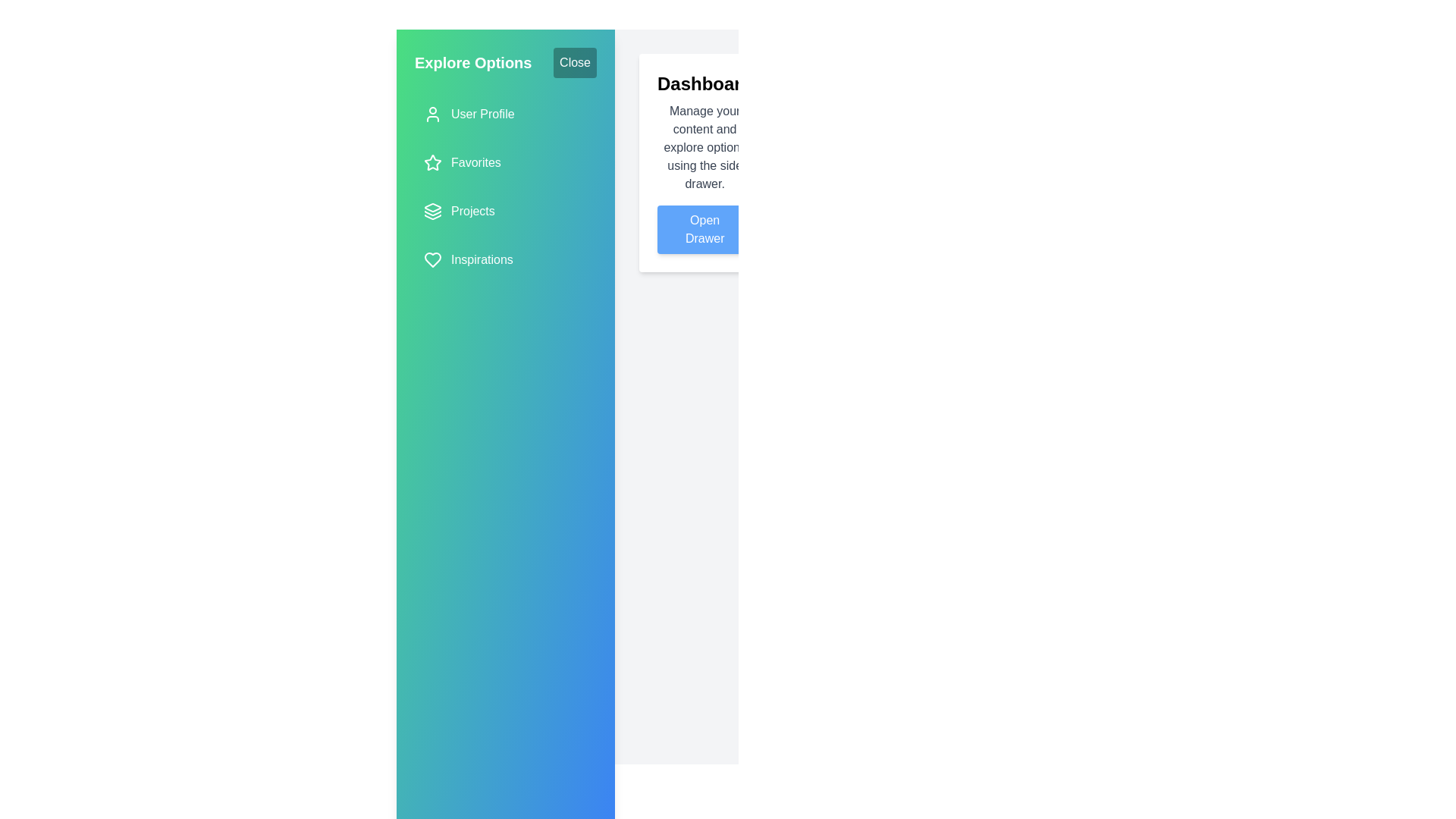  Describe the element at coordinates (506, 259) in the screenshot. I see `the navigation item Inspirations from the drawer` at that location.